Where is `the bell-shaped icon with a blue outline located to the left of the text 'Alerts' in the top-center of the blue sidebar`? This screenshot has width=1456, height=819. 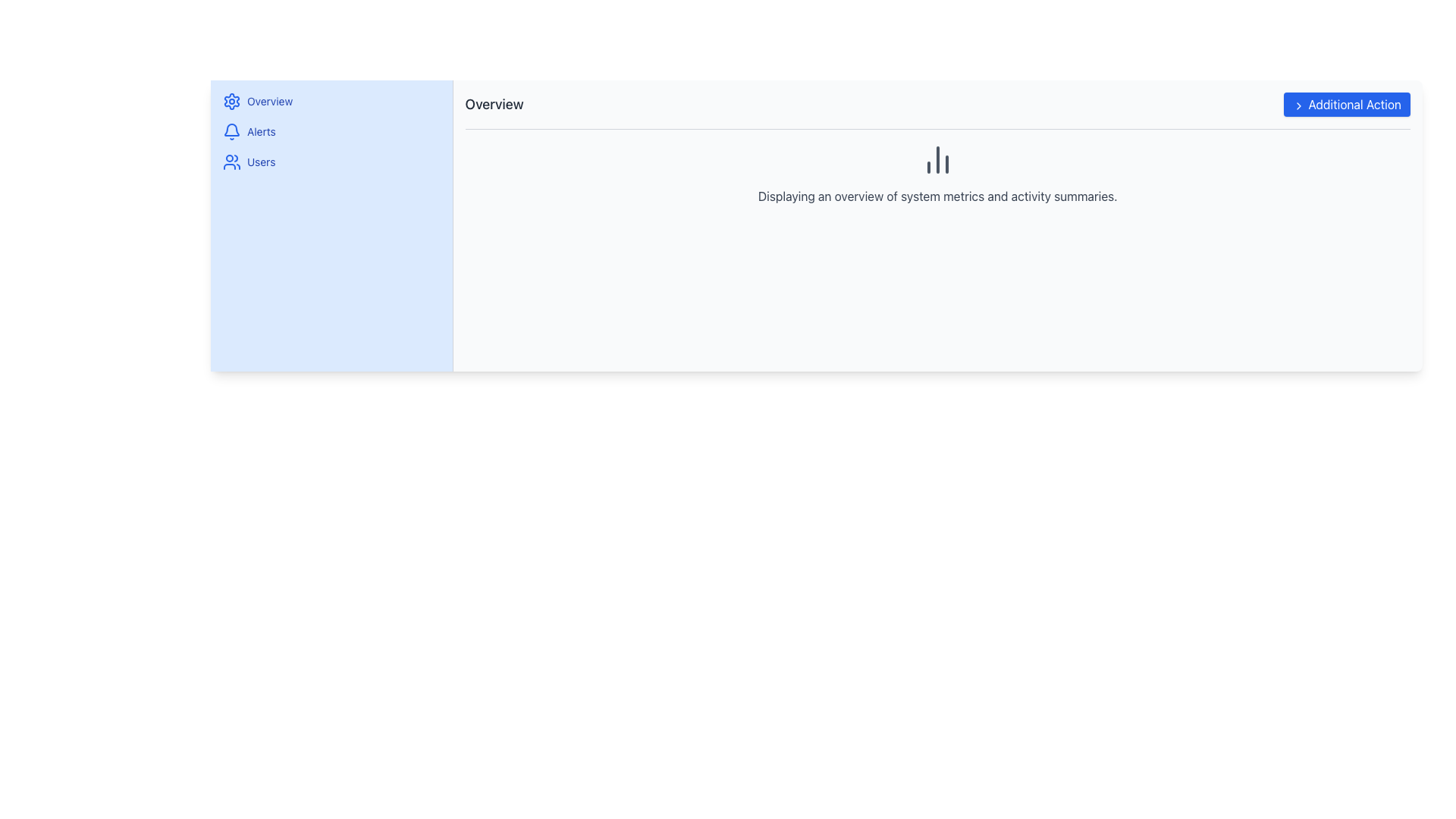
the bell-shaped icon with a blue outline located to the left of the text 'Alerts' in the top-center of the blue sidebar is located at coordinates (231, 130).